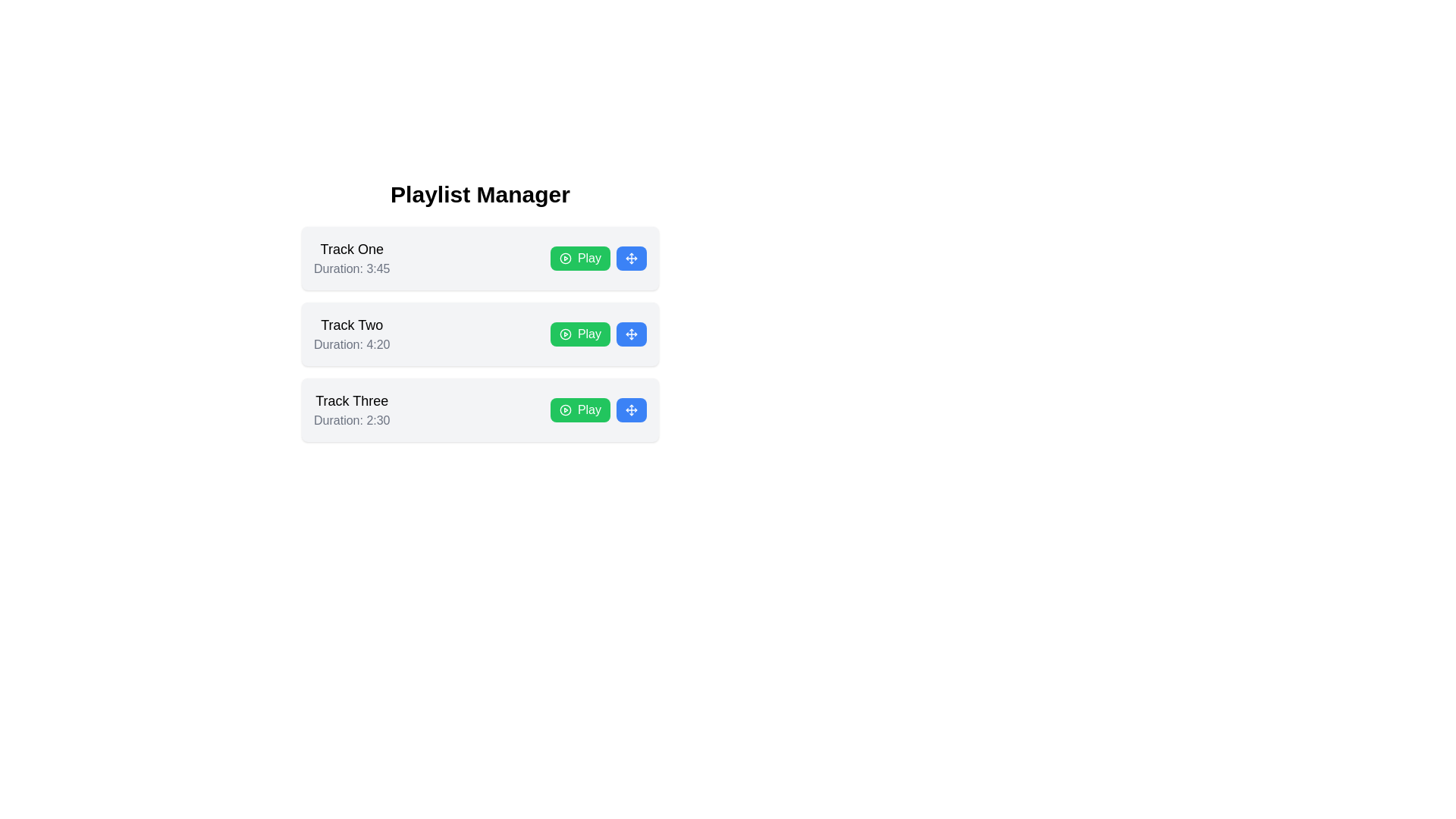  Describe the element at coordinates (564, 409) in the screenshot. I see `the SVG circle element with a green border that forms the outermost circle of the play button for 'Track Three' in the playlist interface` at that location.